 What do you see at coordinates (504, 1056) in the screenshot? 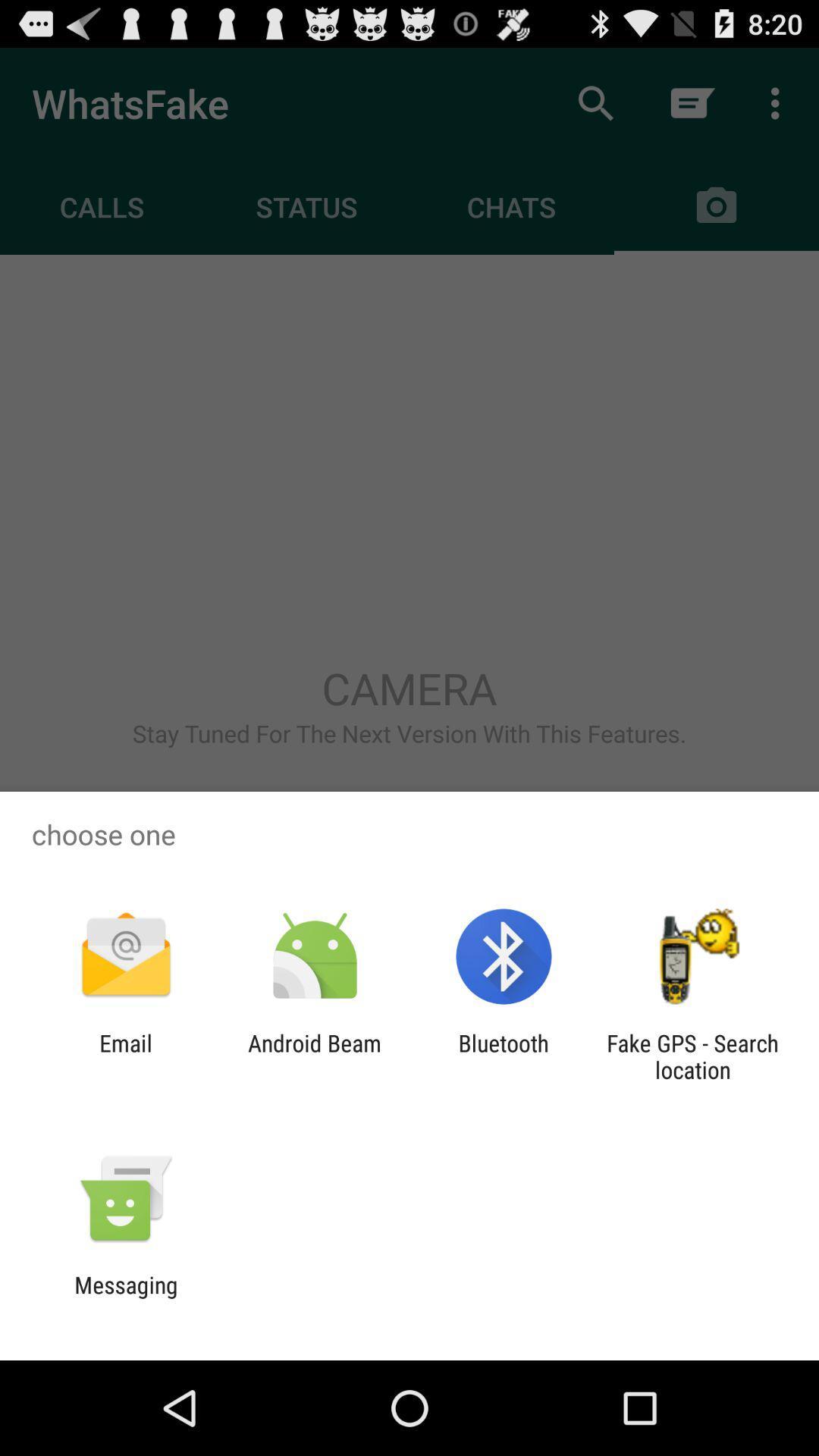
I see `the bluetooth app` at bounding box center [504, 1056].